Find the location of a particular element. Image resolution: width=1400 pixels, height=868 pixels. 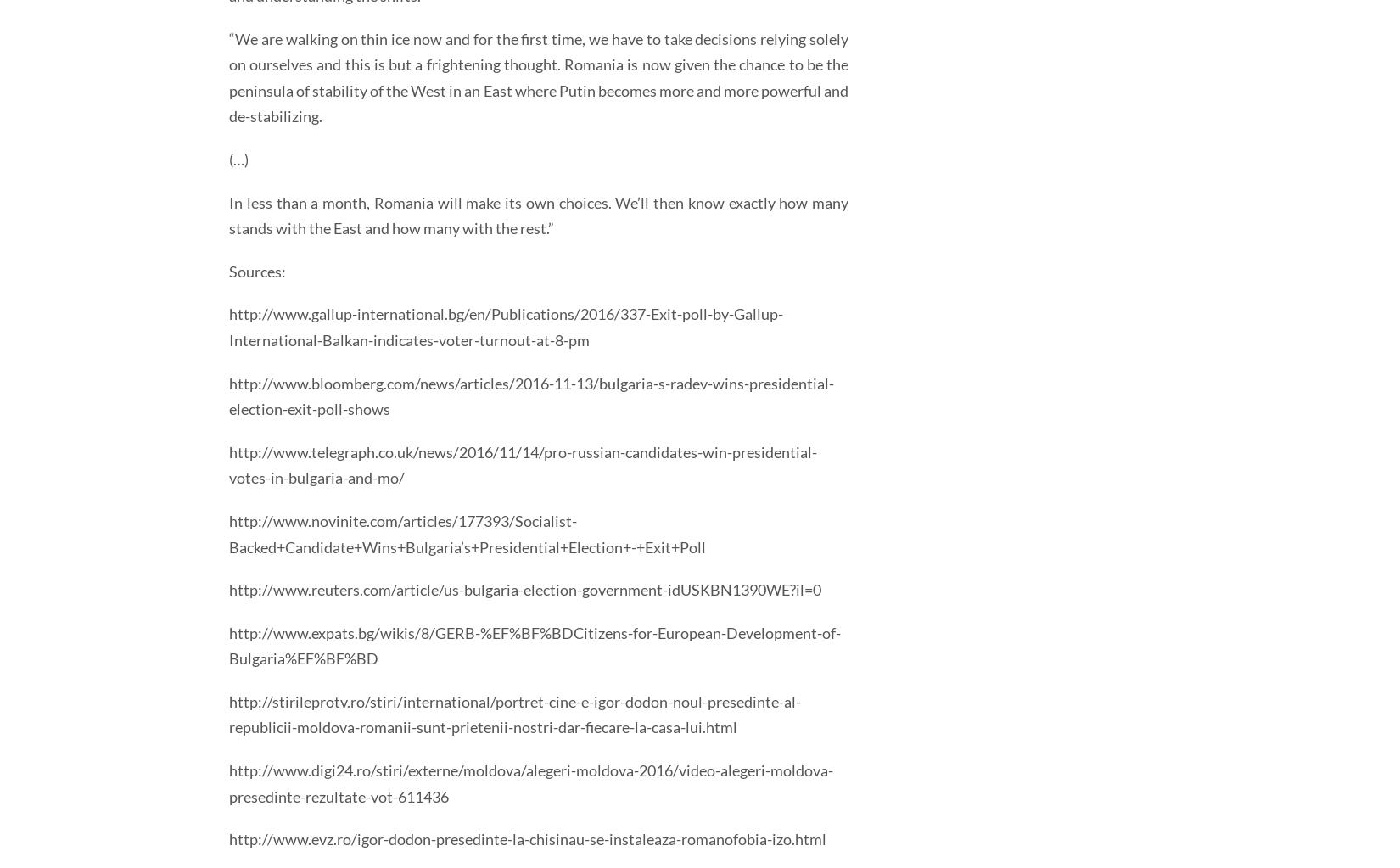

'“We are walking on thin ice now and for the first time, we have to take decisions relying solely on ourselves and this is but a frightening thought. Romania is now given the chance to be the peninsula of stability of the West in an East where Putin becomes more and more powerful and de-stabilizing.' is located at coordinates (228, 77).